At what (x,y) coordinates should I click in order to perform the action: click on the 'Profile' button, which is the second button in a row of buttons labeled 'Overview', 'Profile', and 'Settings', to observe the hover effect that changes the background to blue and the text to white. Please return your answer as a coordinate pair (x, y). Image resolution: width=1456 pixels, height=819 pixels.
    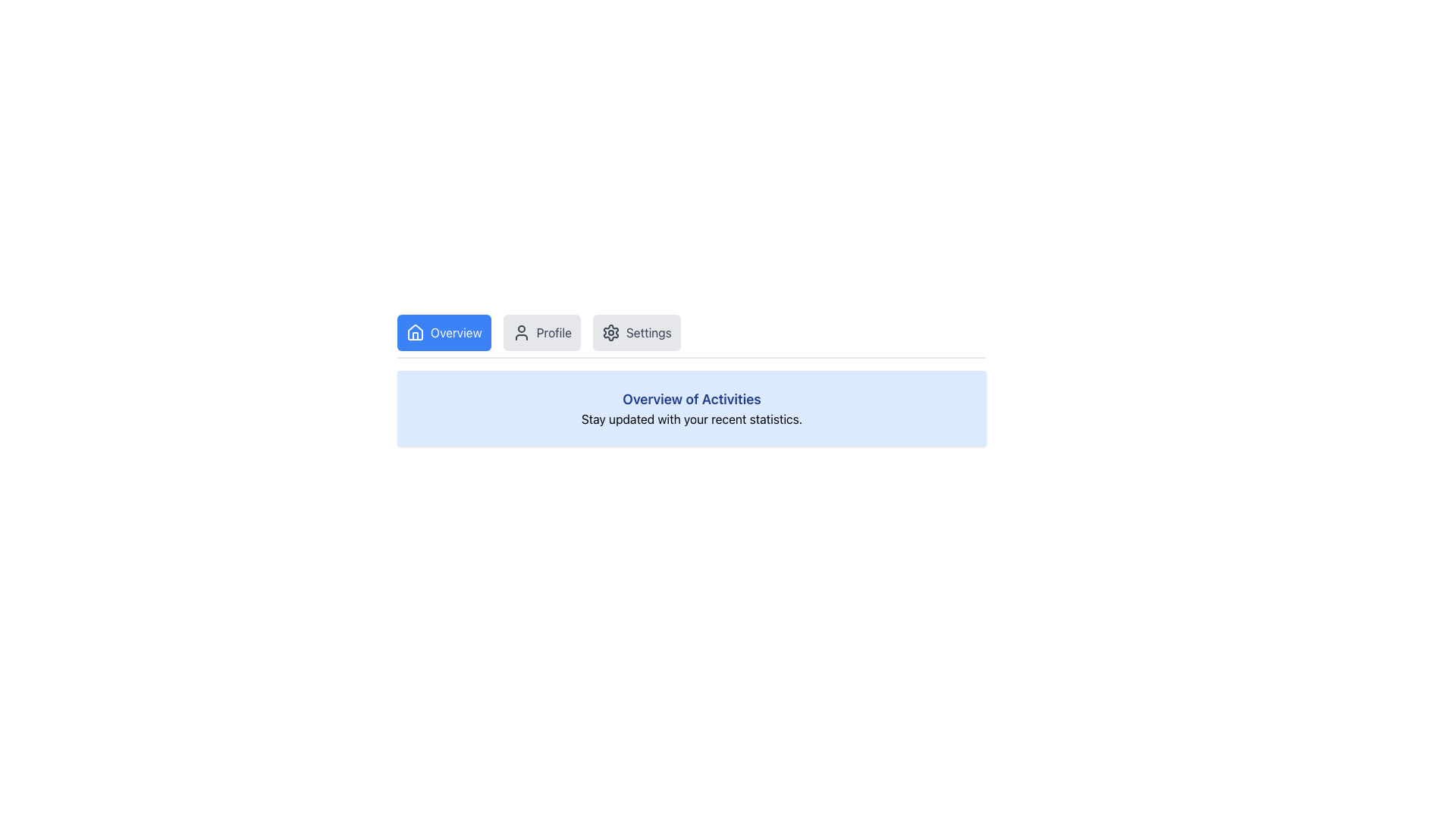
    Looking at the image, I should click on (541, 332).